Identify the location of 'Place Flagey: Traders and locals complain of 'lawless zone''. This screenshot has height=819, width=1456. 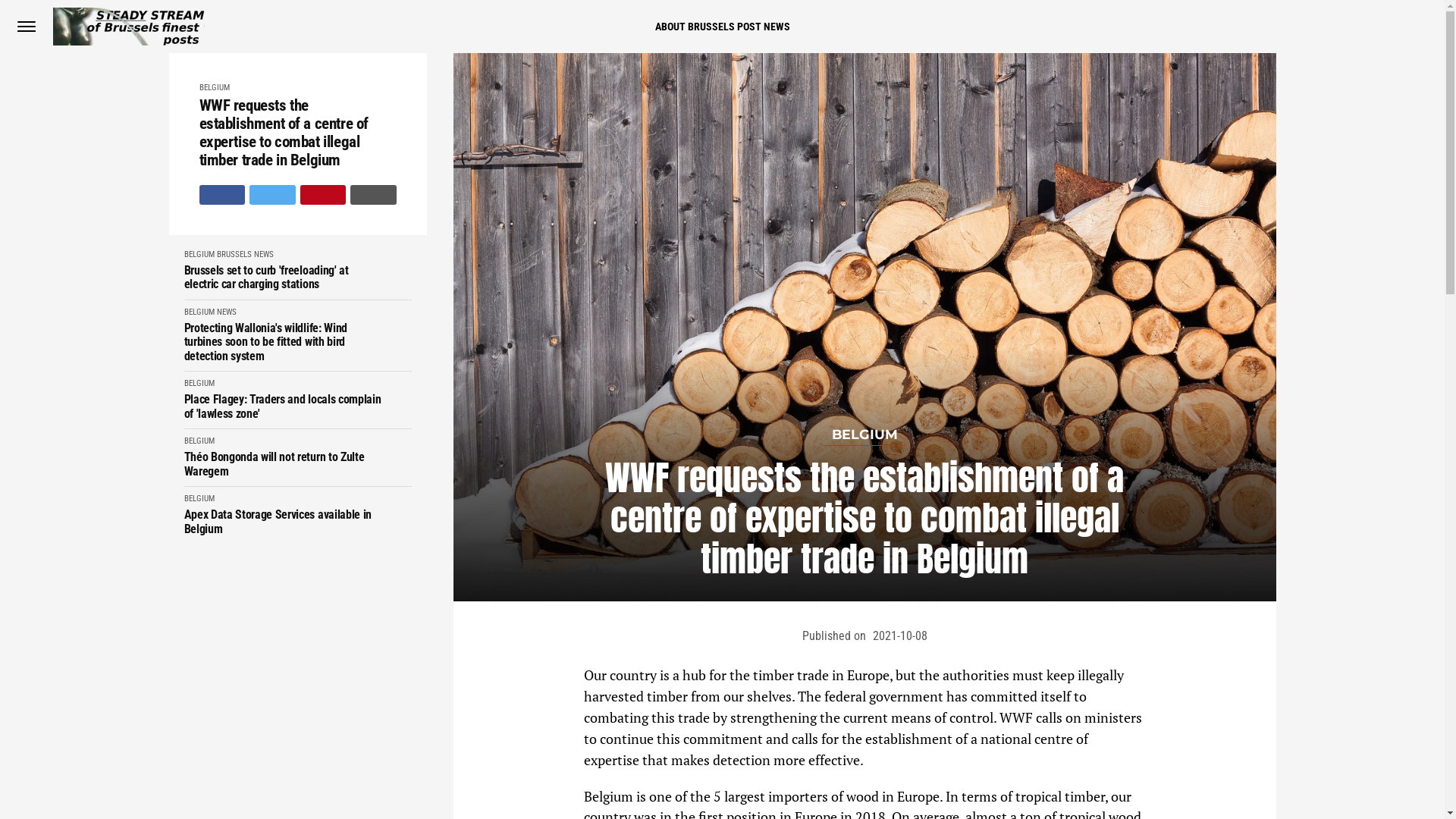
(182, 406).